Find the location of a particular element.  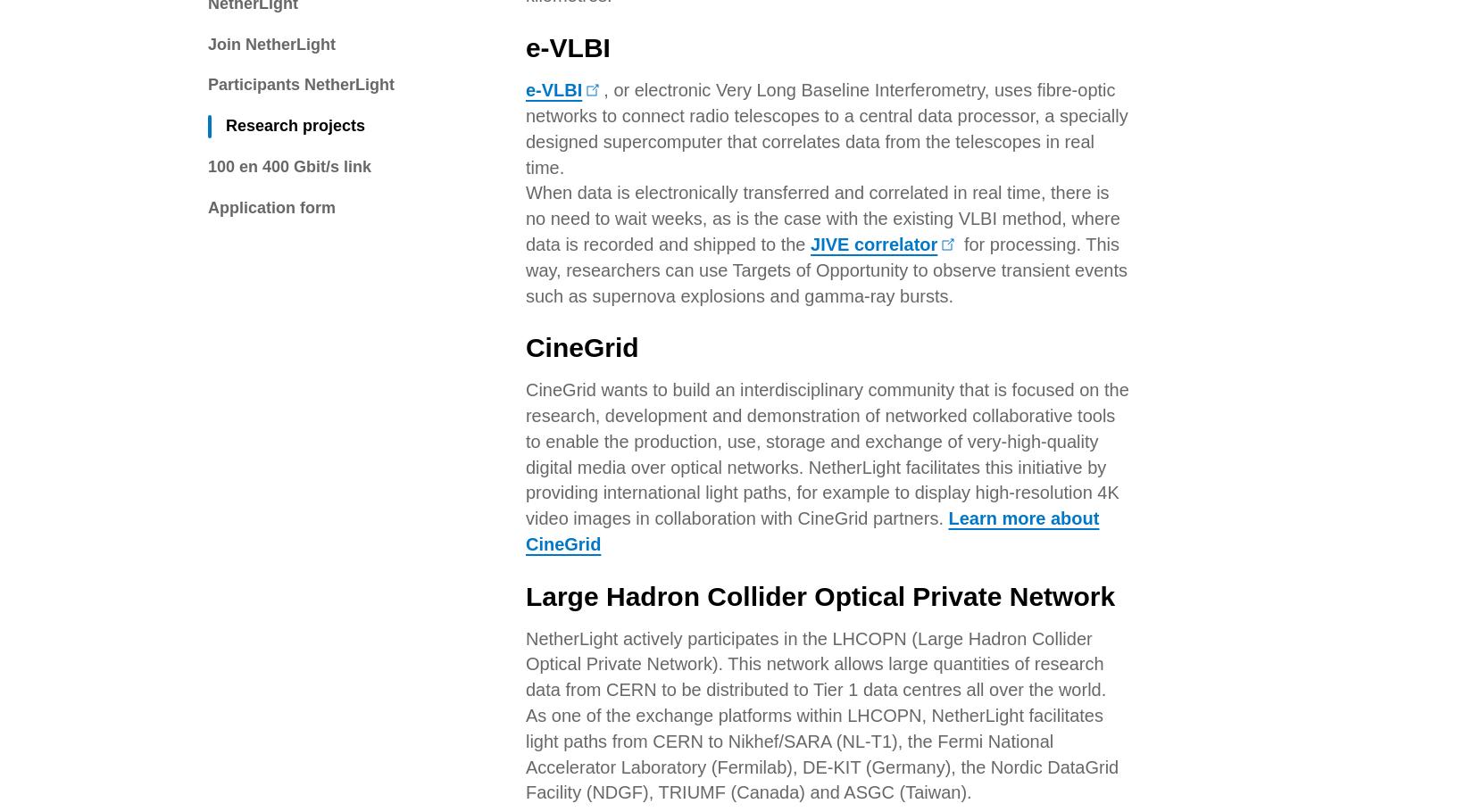

'alexander.vandenhil@surf.nl' is located at coordinates (903, 334).